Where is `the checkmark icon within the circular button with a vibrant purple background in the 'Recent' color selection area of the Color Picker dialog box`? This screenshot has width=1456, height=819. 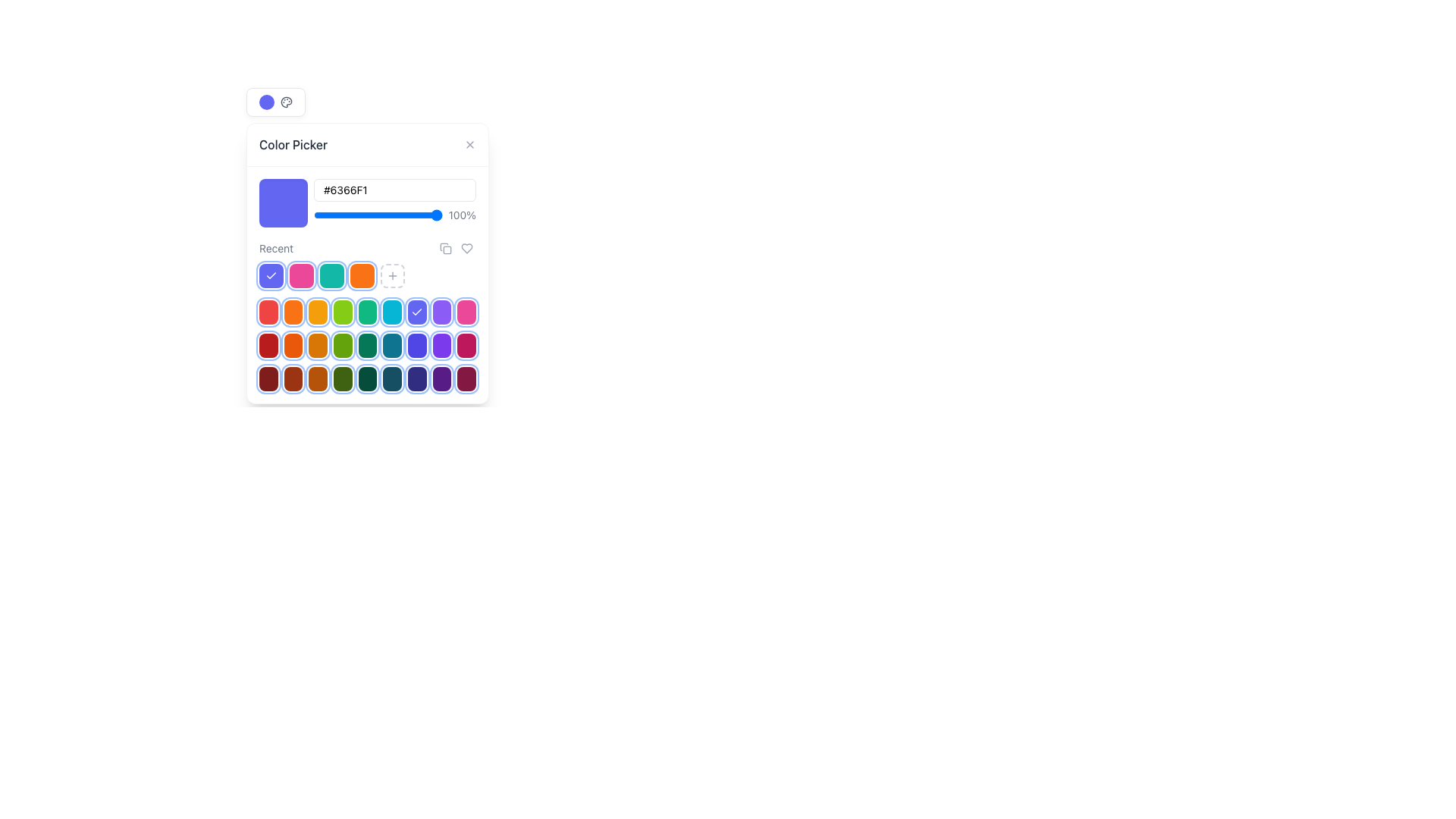 the checkmark icon within the circular button with a vibrant purple background in the 'Recent' color selection area of the Color Picker dialog box is located at coordinates (271, 275).